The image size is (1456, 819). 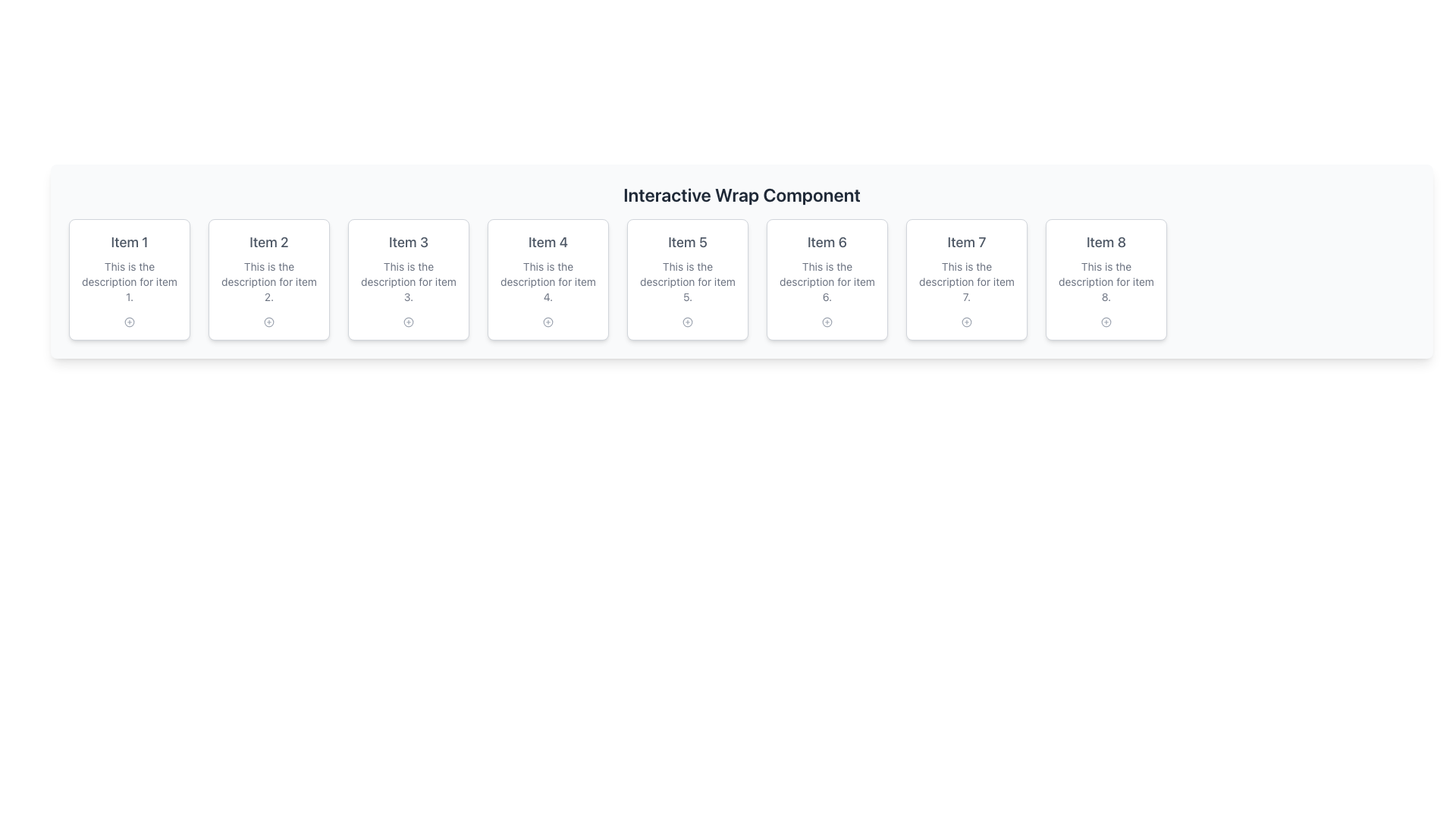 What do you see at coordinates (269, 321) in the screenshot?
I see `the Icon button located below the text content of the 'Item 2' tile` at bounding box center [269, 321].